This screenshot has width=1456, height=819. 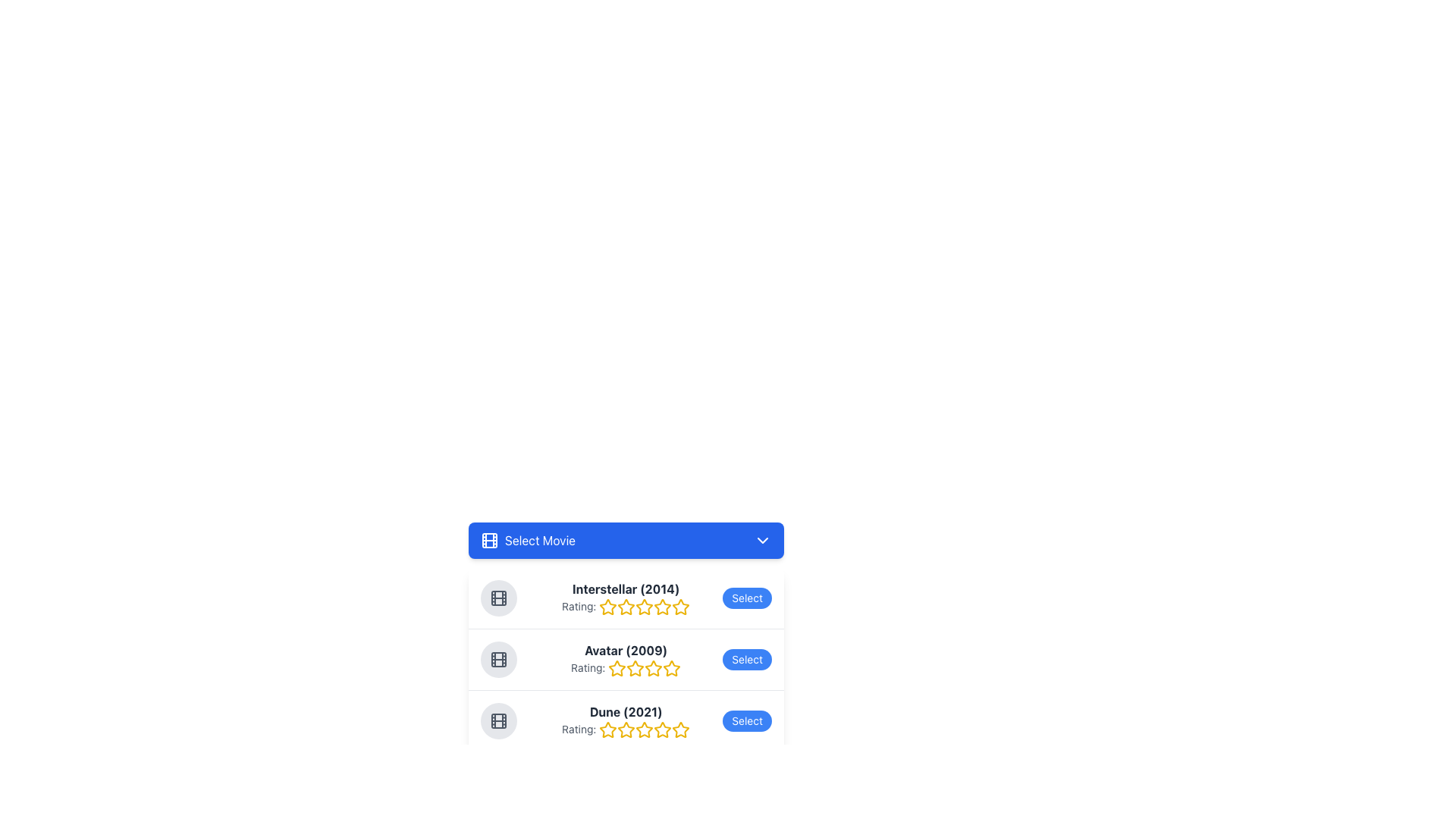 I want to click on fifth star icon in the rating system for the 'Avatar (2009)' movie, which is styled with a yellow outline and is located on the right side of the other stars, so click(x=671, y=668).